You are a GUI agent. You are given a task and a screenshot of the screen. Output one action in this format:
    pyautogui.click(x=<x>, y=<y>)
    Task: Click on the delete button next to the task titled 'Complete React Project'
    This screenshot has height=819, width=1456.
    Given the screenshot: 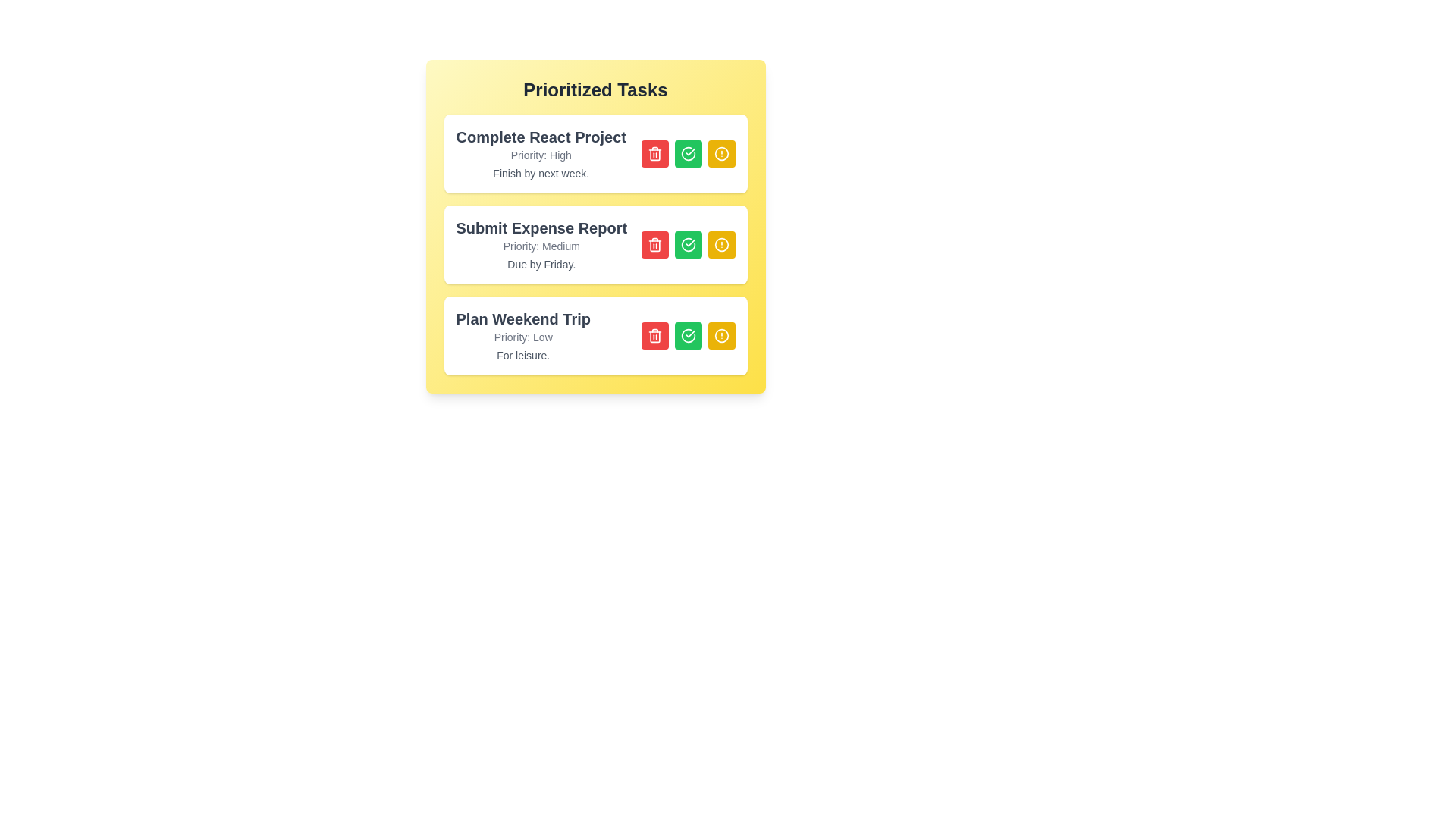 What is the action you would take?
    pyautogui.click(x=654, y=154)
    